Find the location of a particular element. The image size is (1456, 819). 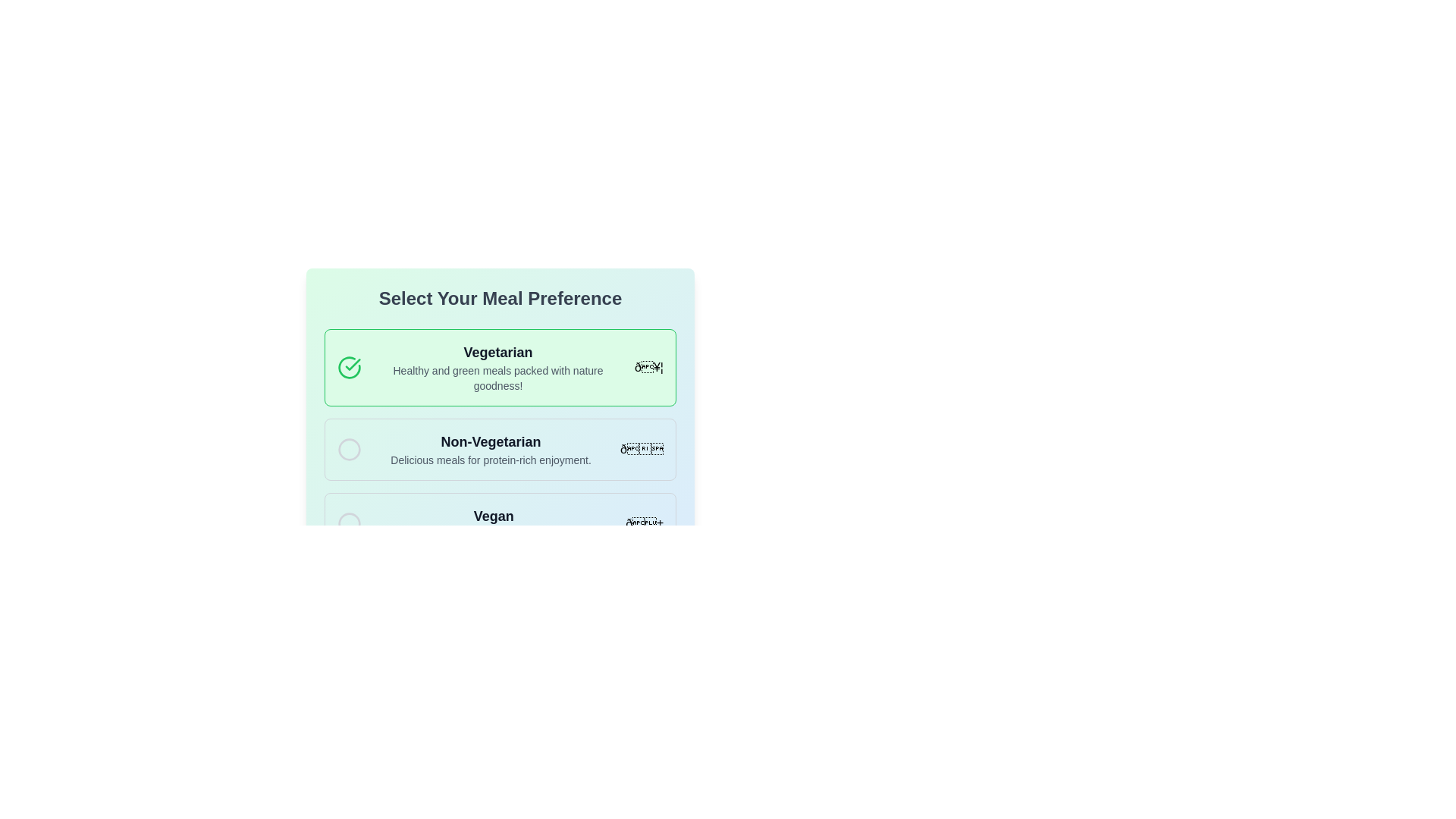

the 'Non-Vegetarian' meal option icon, which is represented by an emoji and is located under the 'Non-Vegetarian' section in the meal preference selection interface is located at coordinates (642, 448).